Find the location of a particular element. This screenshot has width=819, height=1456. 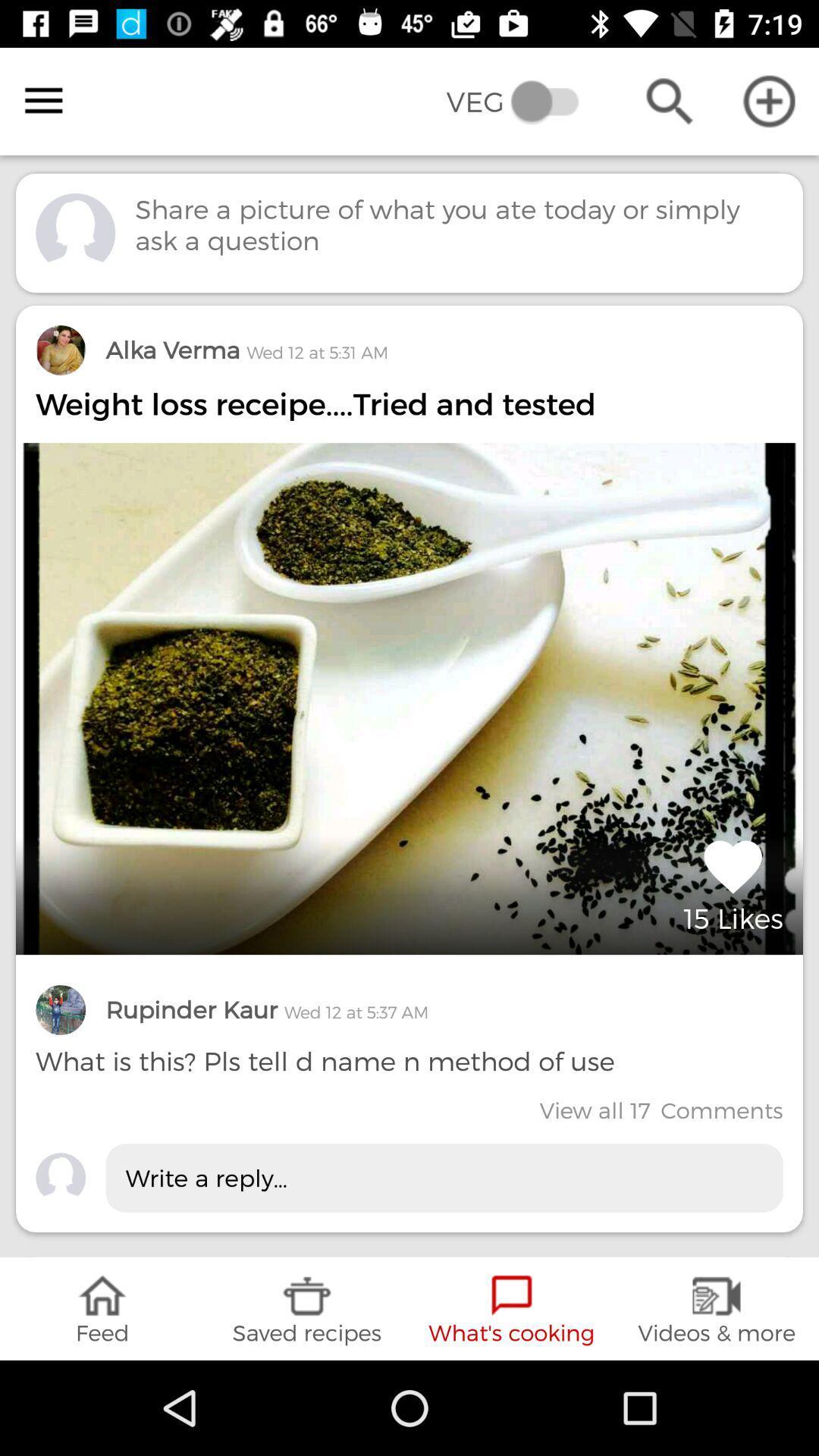

the first item from the top is located at coordinates (409, 769).